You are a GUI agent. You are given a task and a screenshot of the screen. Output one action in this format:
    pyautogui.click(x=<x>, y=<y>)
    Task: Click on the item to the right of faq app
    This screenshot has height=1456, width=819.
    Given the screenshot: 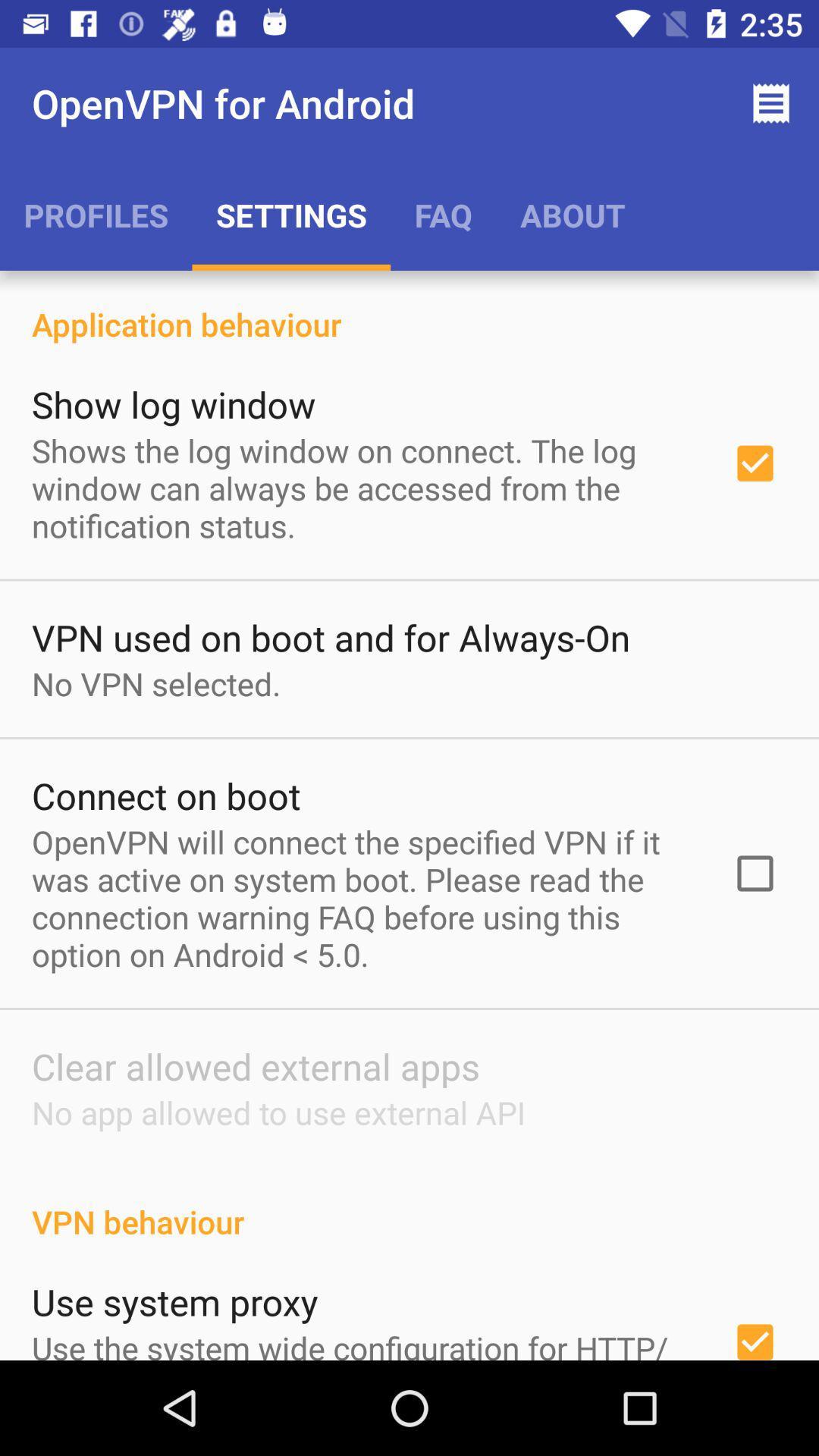 What is the action you would take?
    pyautogui.click(x=573, y=214)
    